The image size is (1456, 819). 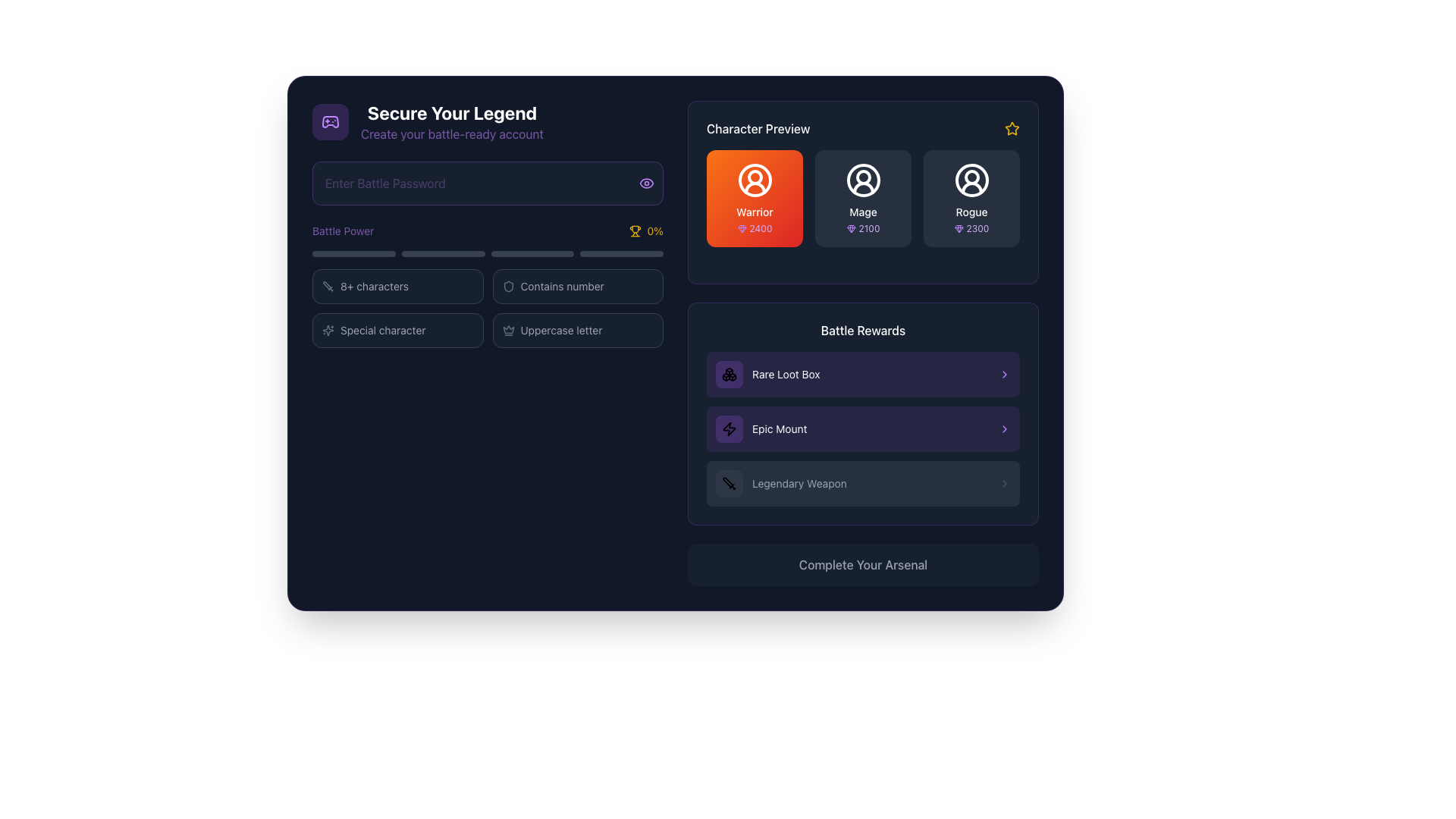 I want to click on the Label displaying '2400' with a purple diamond icon in the 'Character Preview' section under 'Warrior', so click(x=755, y=228).